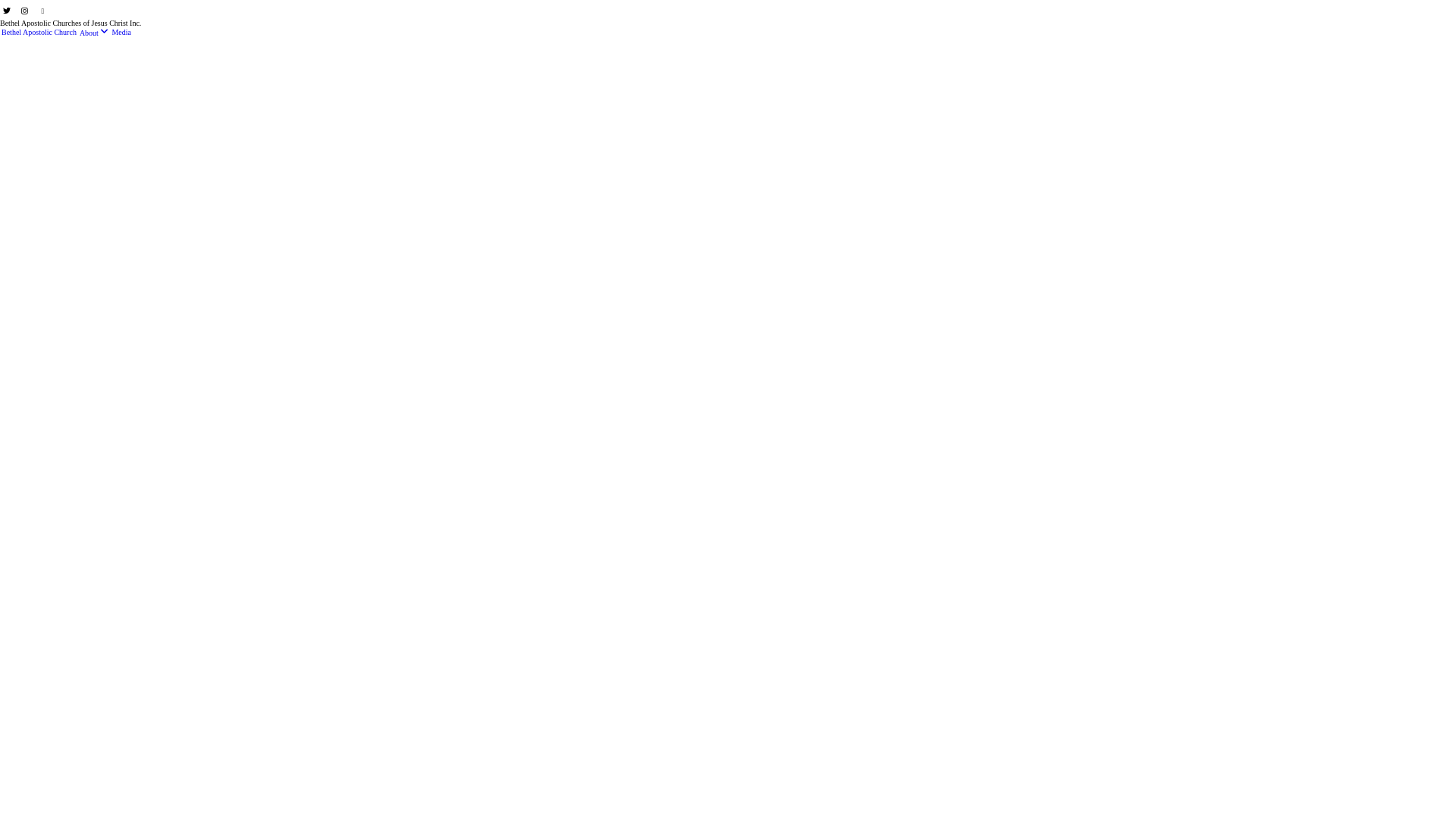 The width and height of the screenshot is (1456, 819). Describe the element at coordinates (93, 32) in the screenshot. I see `'About '` at that location.